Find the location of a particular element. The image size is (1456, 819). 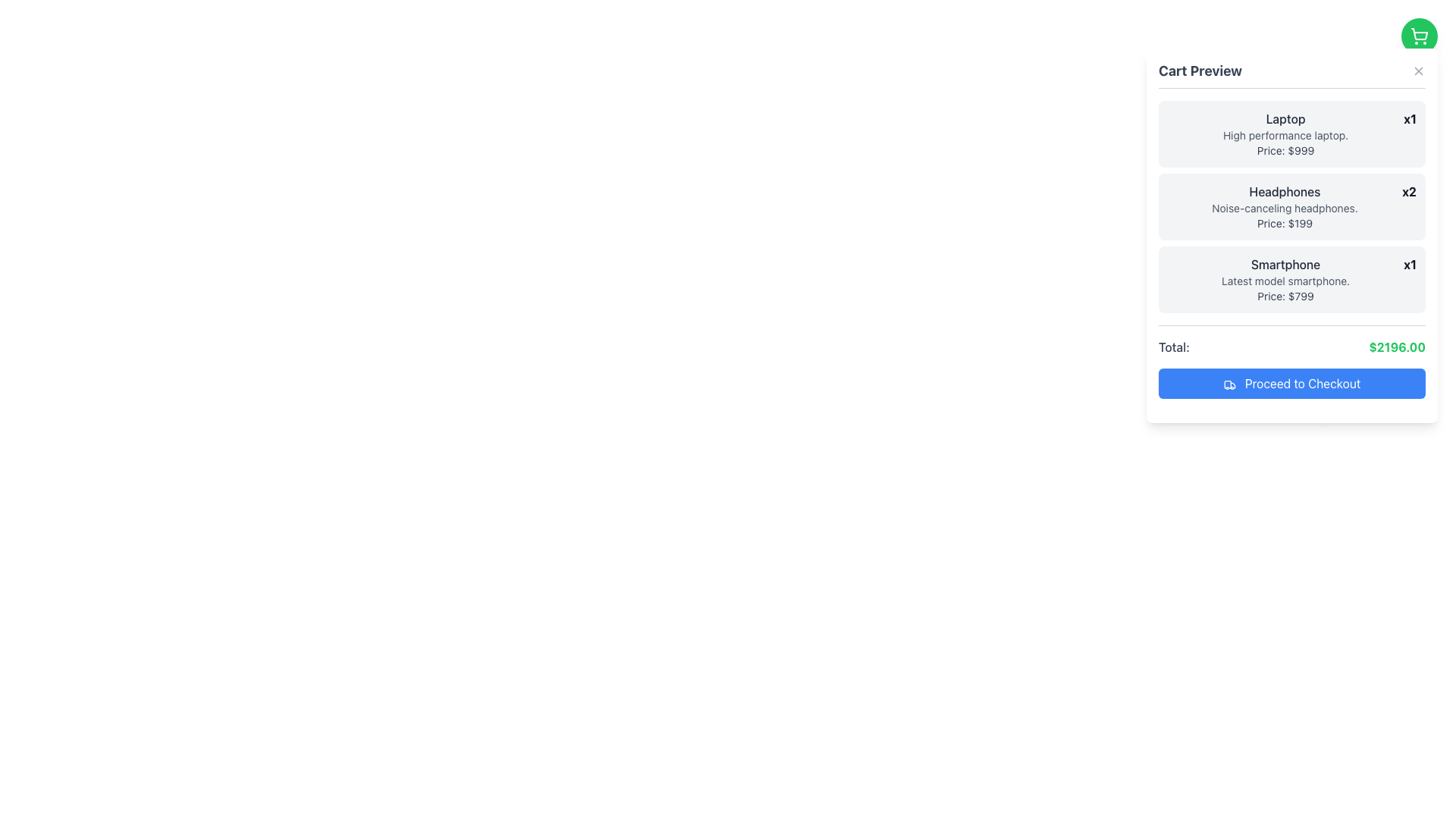

the 'x2' text label in bold, dark gray font located in the upper-right corner of the 'Headphones' item block in the shopping cart summary is located at coordinates (1408, 191).